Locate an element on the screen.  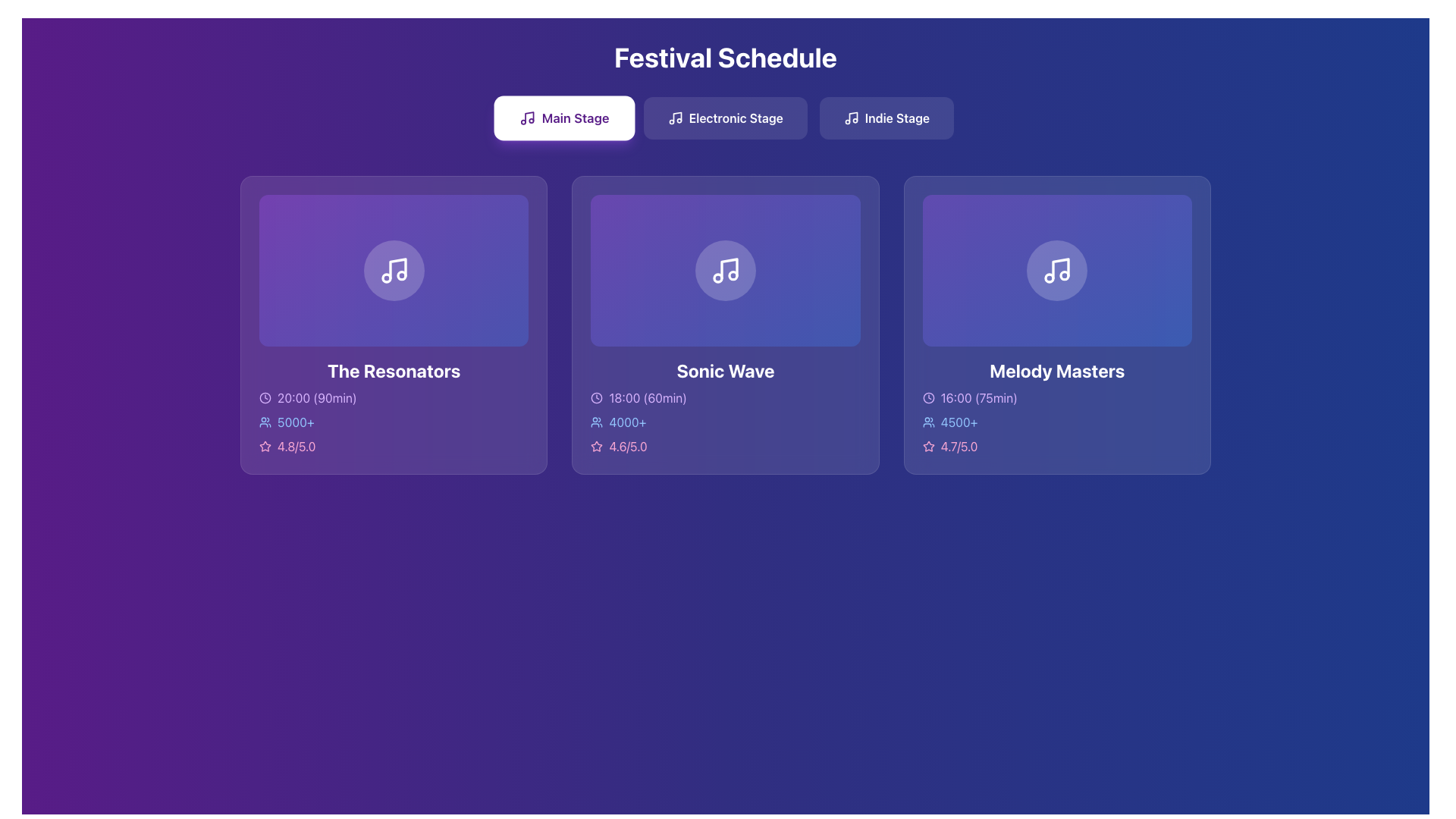
the white music icon resembling two connected notes, which is centrally located within the 'Melody Masters' content box under the 'Main Stage' tab is located at coordinates (1056, 269).